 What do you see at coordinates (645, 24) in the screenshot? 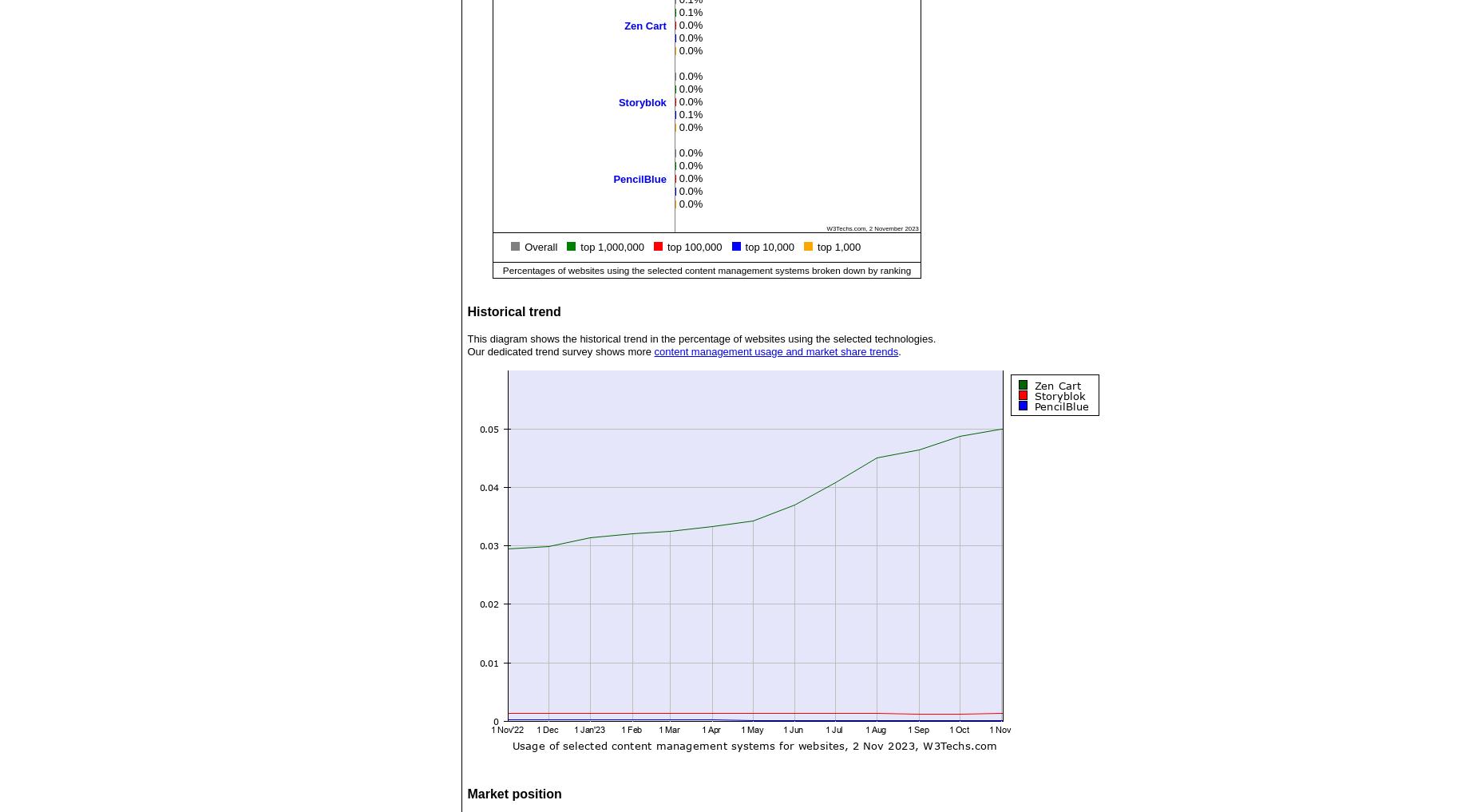
I see `'Zen Cart'` at bounding box center [645, 24].